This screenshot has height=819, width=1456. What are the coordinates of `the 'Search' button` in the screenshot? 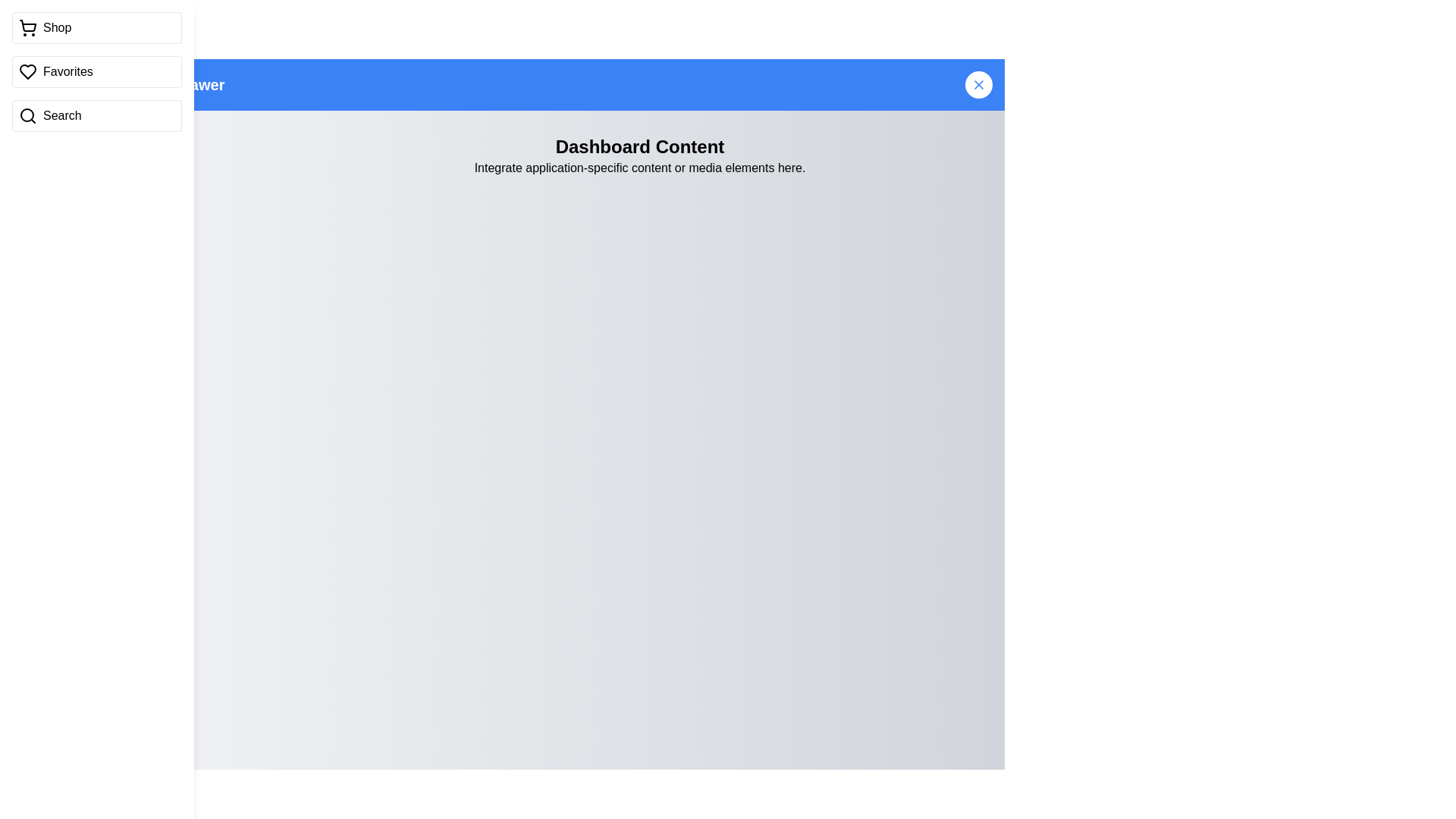 It's located at (96, 115).